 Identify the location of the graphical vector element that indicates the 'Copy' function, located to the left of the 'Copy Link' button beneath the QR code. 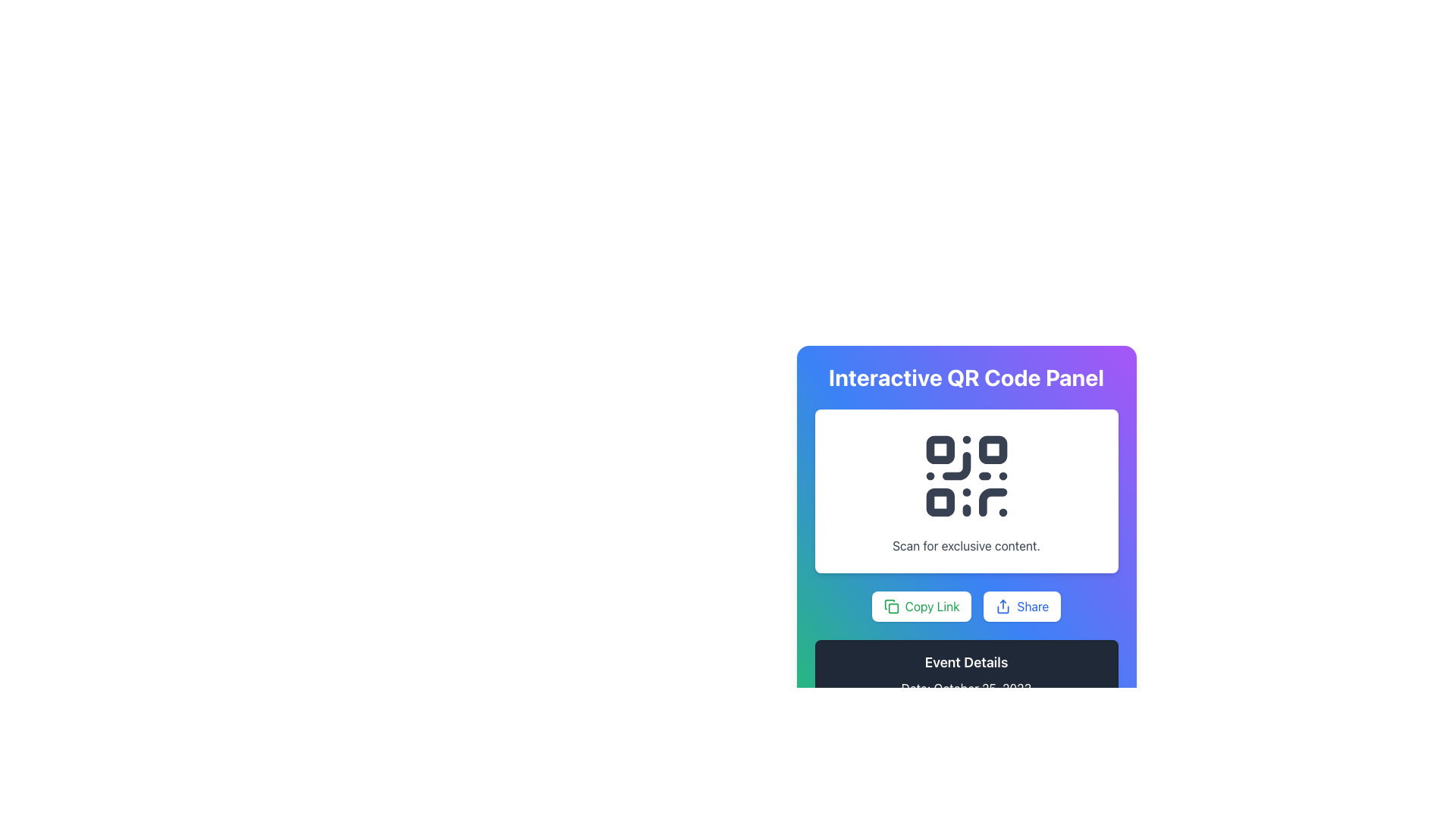
(893, 607).